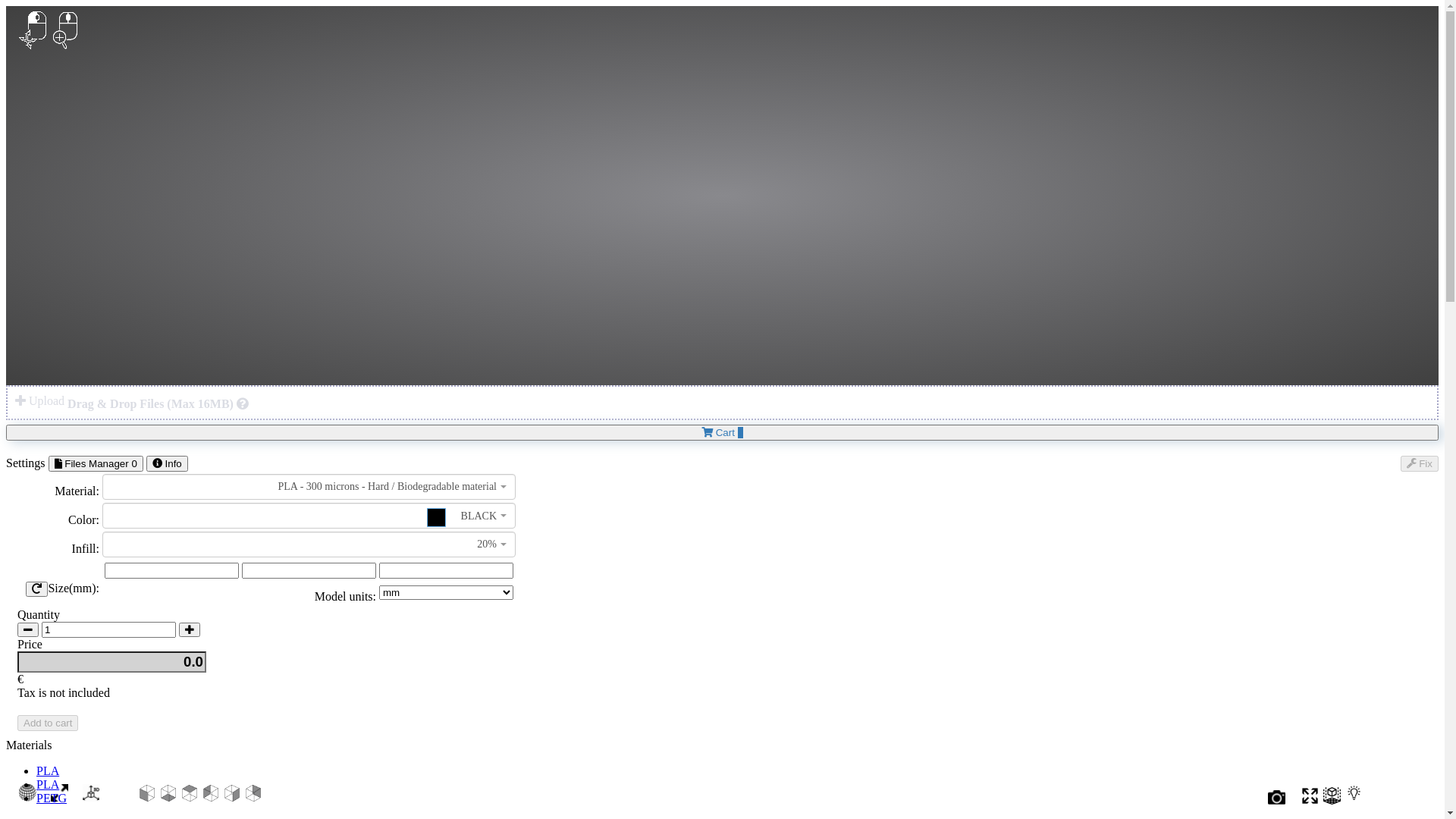 The width and height of the screenshot is (1456, 819). I want to click on 'Back View', so click(253, 796).